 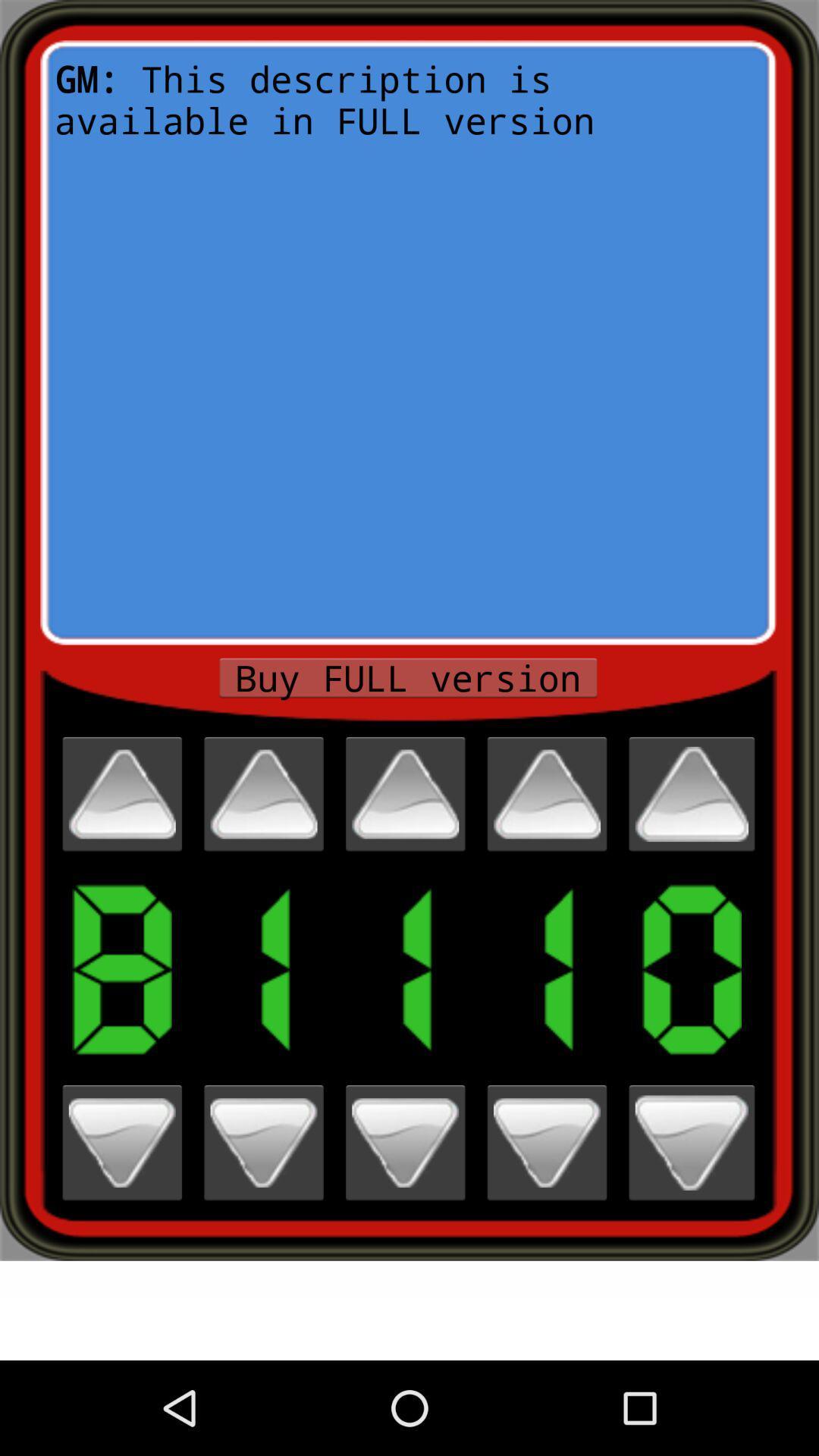 What do you see at coordinates (121, 1222) in the screenshot?
I see `the expand_more icon` at bounding box center [121, 1222].